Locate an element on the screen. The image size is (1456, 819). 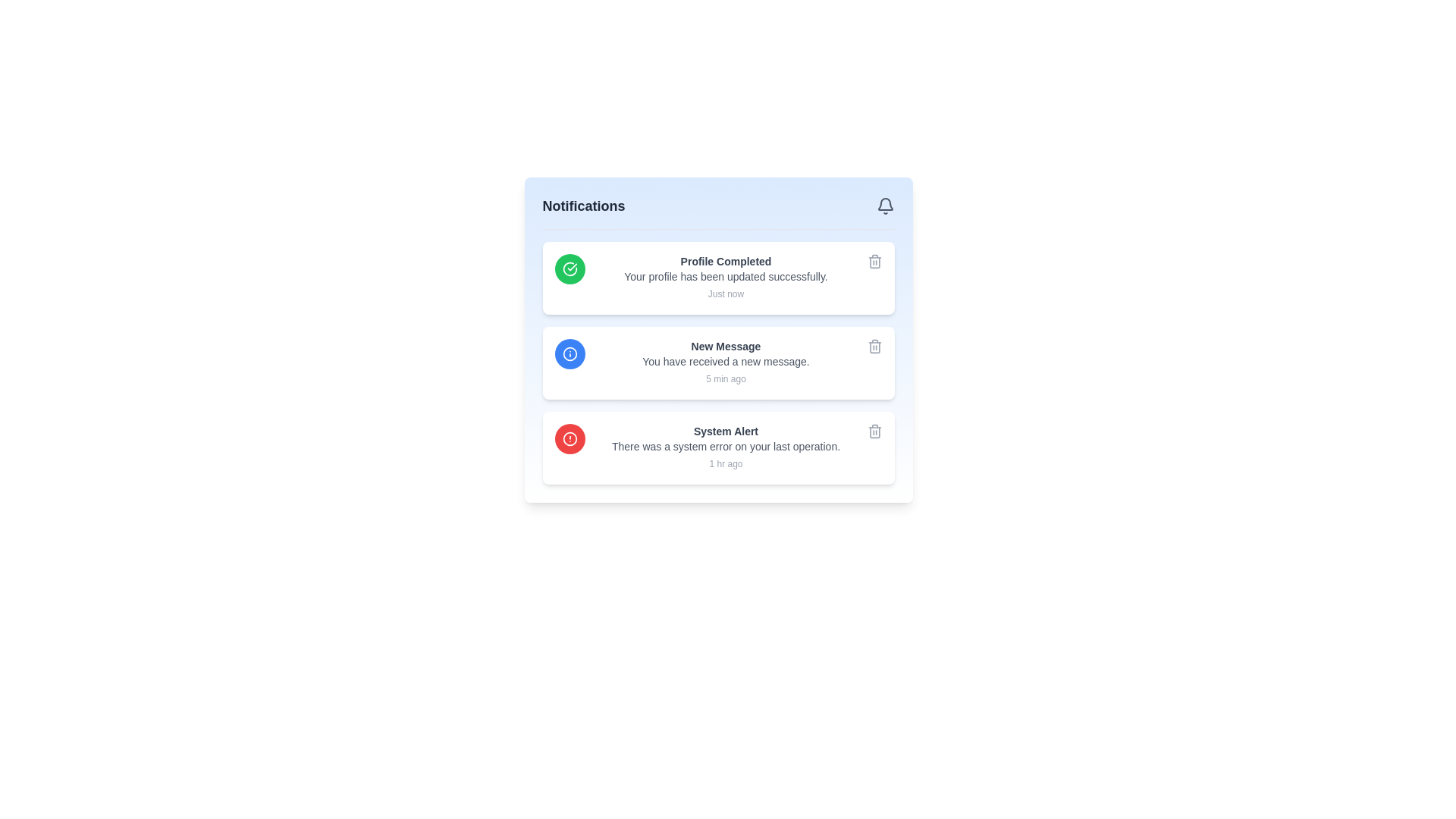
the information icon with a blue background and white 'i' symbol located in the center of the second notification item titled 'New Message' is located at coordinates (569, 353).